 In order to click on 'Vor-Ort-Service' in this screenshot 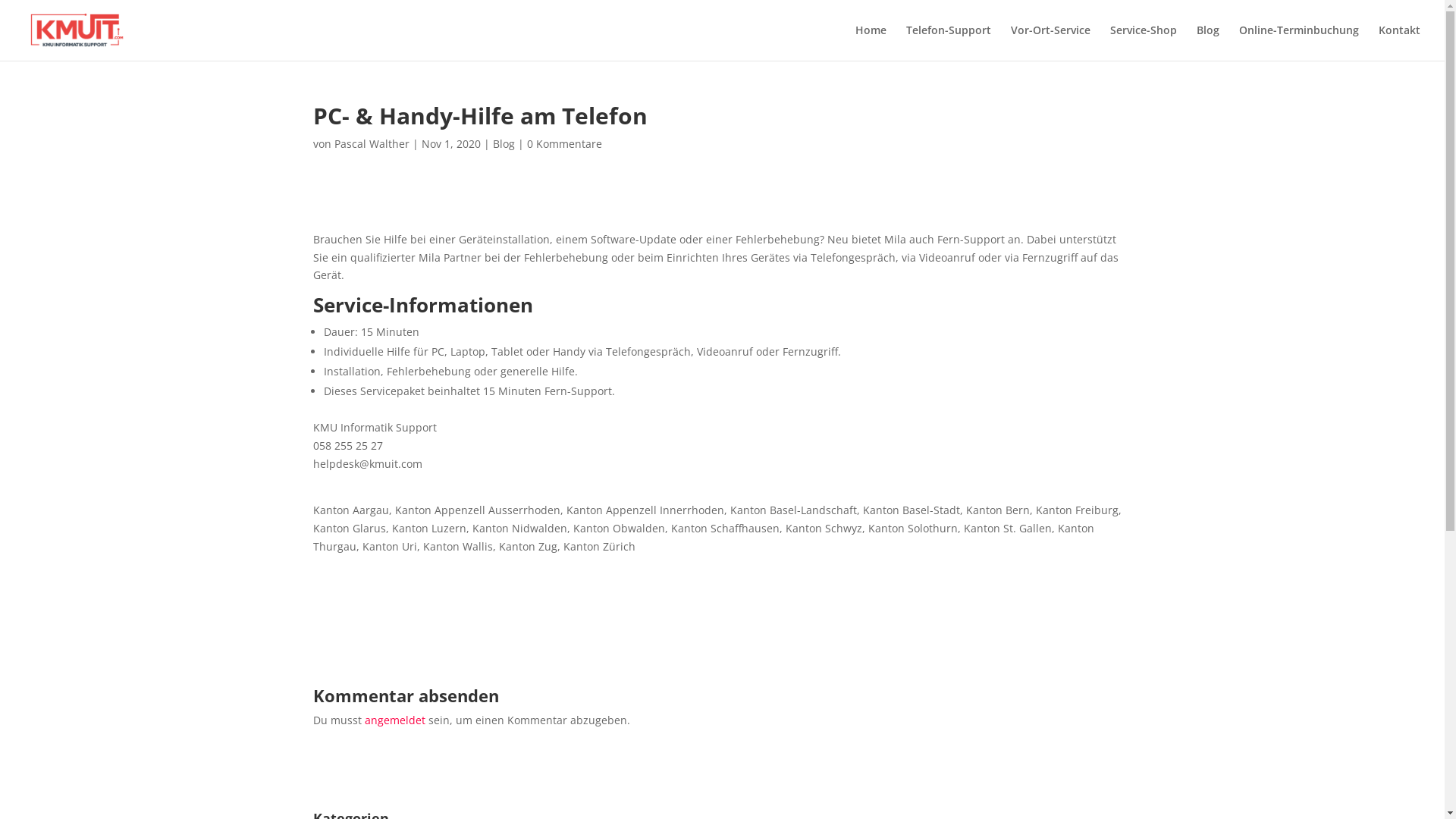, I will do `click(1050, 42)`.